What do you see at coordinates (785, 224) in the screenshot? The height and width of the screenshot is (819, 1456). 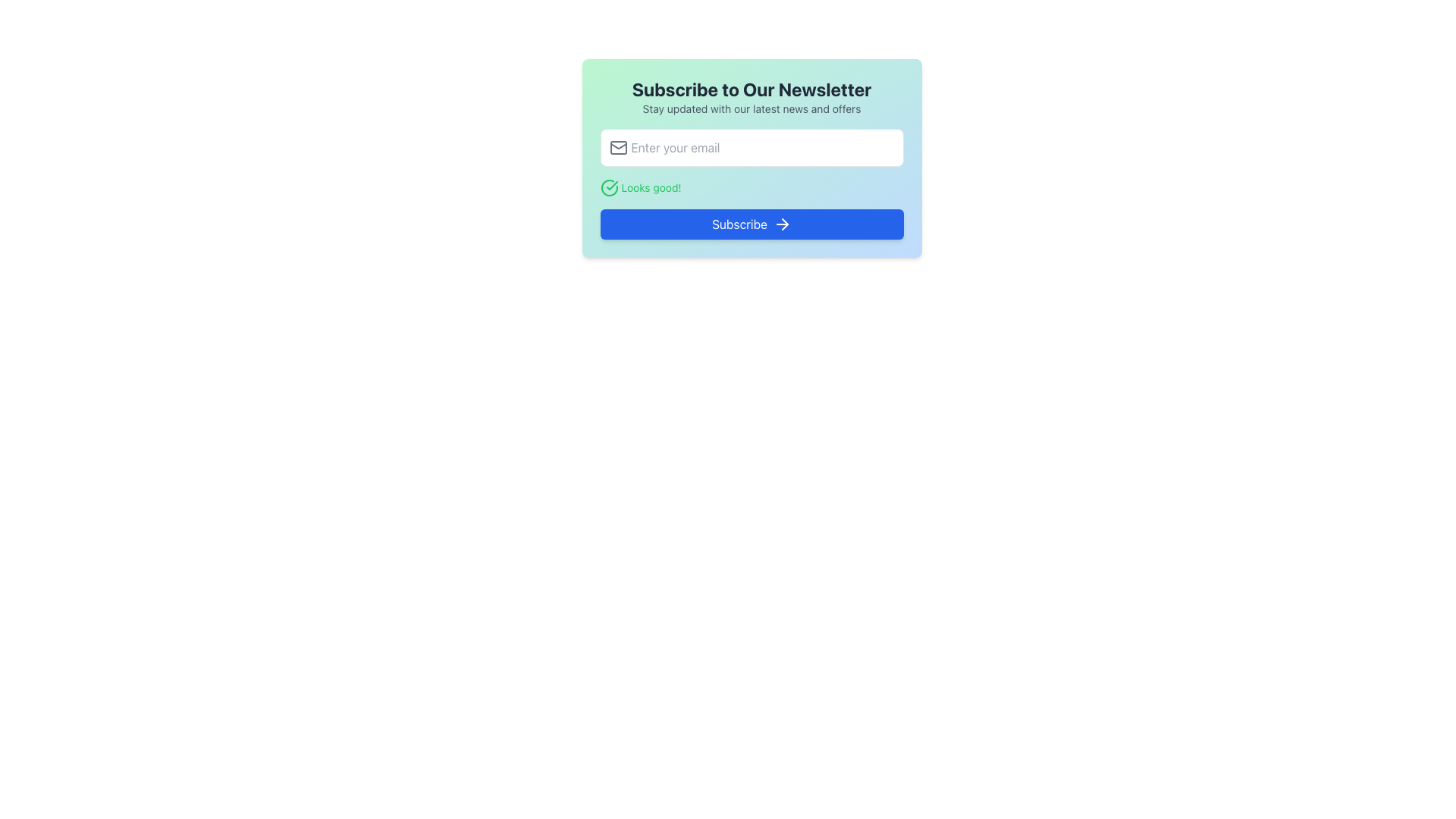 I see `the blue 'Subscribe' button that contains the chevron SVG element indicating forward navigation` at bounding box center [785, 224].